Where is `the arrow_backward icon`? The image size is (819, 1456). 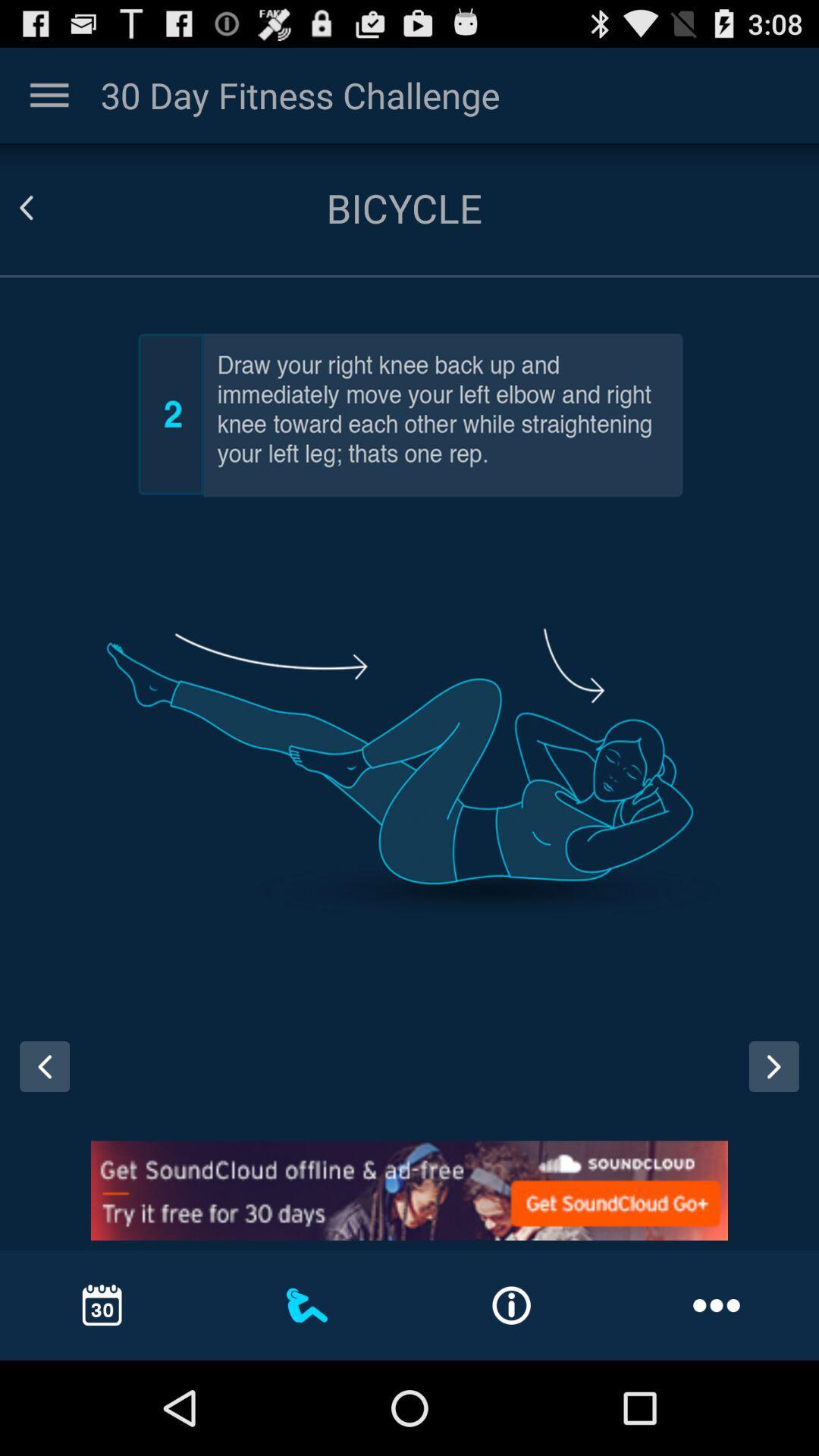
the arrow_backward icon is located at coordinates (44, 221).